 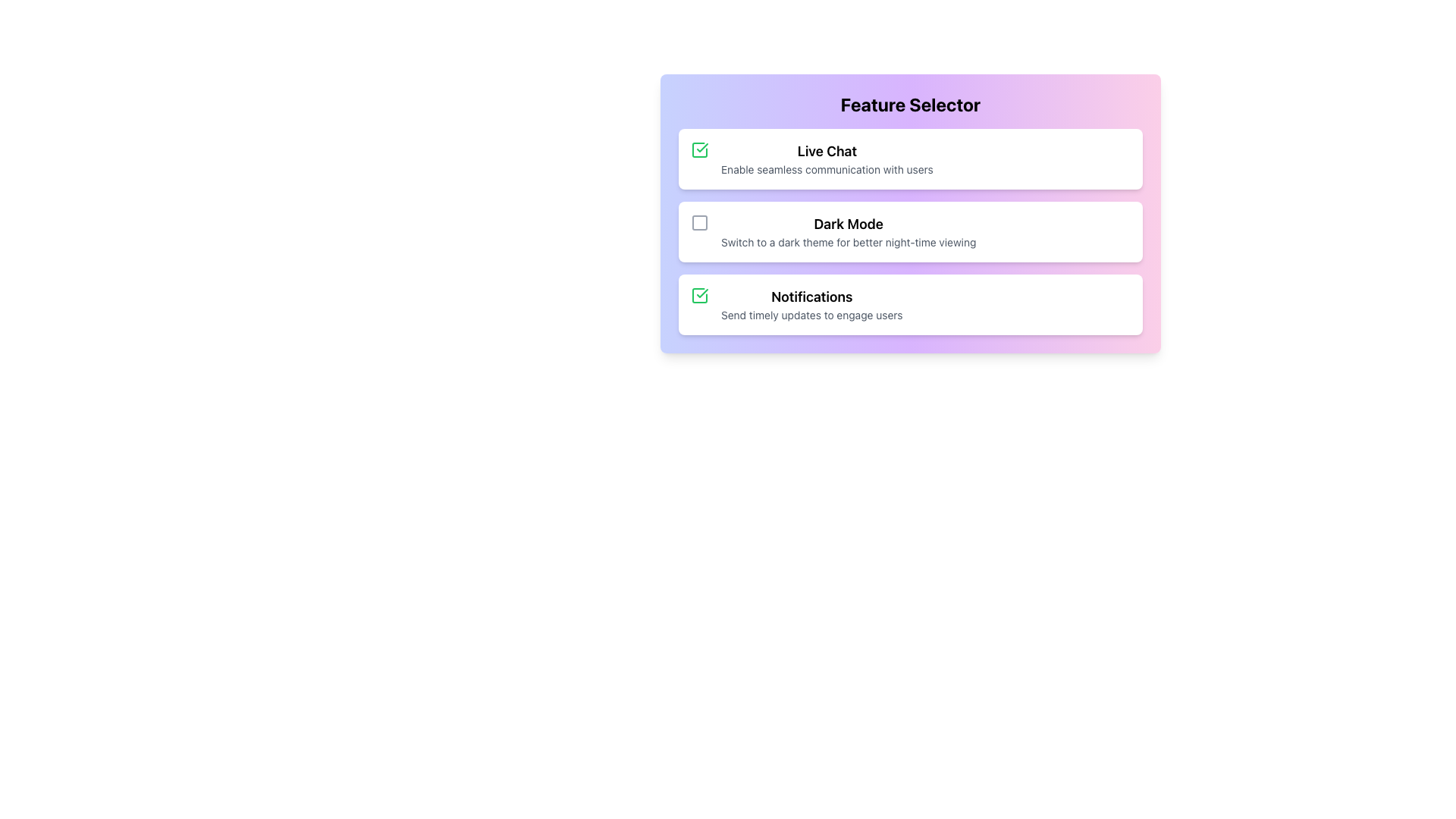 I want to click on the 'Notifications' text label, which is styled in bold and larger font, indicating it is a header within the Notifications section of the feature selector list, so click(x=811, y=297).